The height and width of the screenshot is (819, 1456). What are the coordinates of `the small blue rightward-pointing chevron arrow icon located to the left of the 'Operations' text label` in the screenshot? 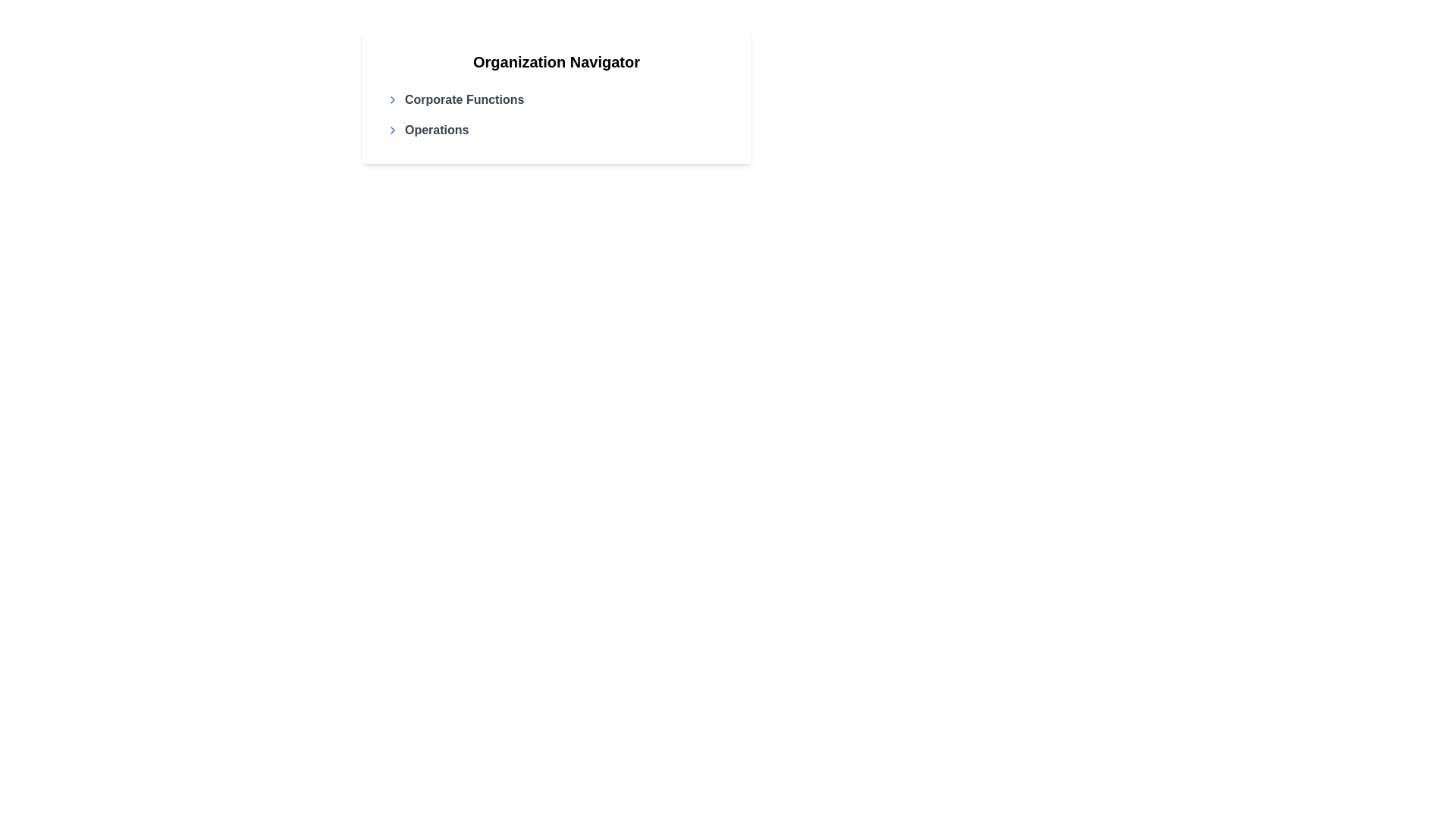 It's located at (393, 130).